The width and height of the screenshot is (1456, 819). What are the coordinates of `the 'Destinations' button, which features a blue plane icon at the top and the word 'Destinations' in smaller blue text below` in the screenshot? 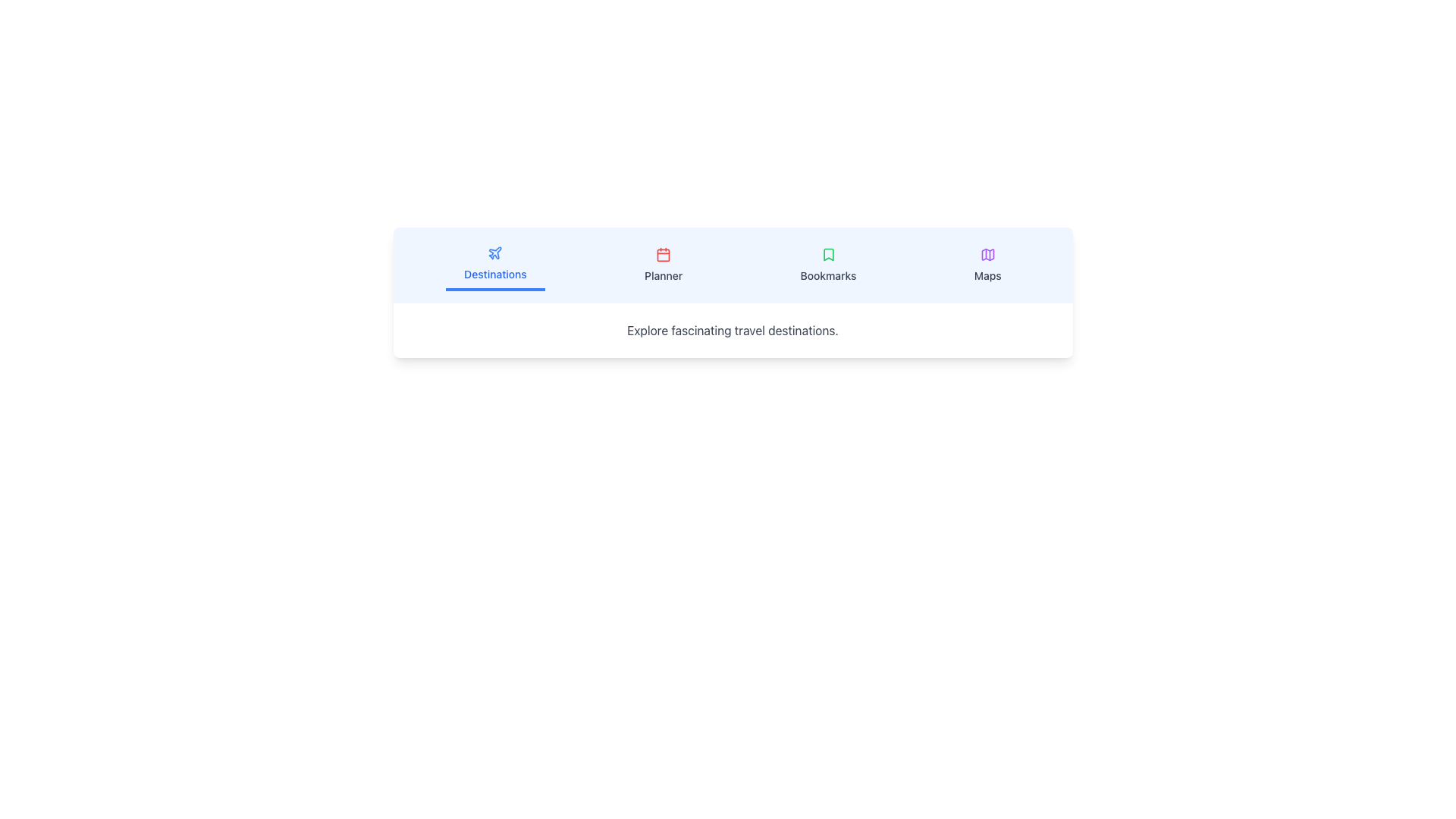 It's located at (495, 265).